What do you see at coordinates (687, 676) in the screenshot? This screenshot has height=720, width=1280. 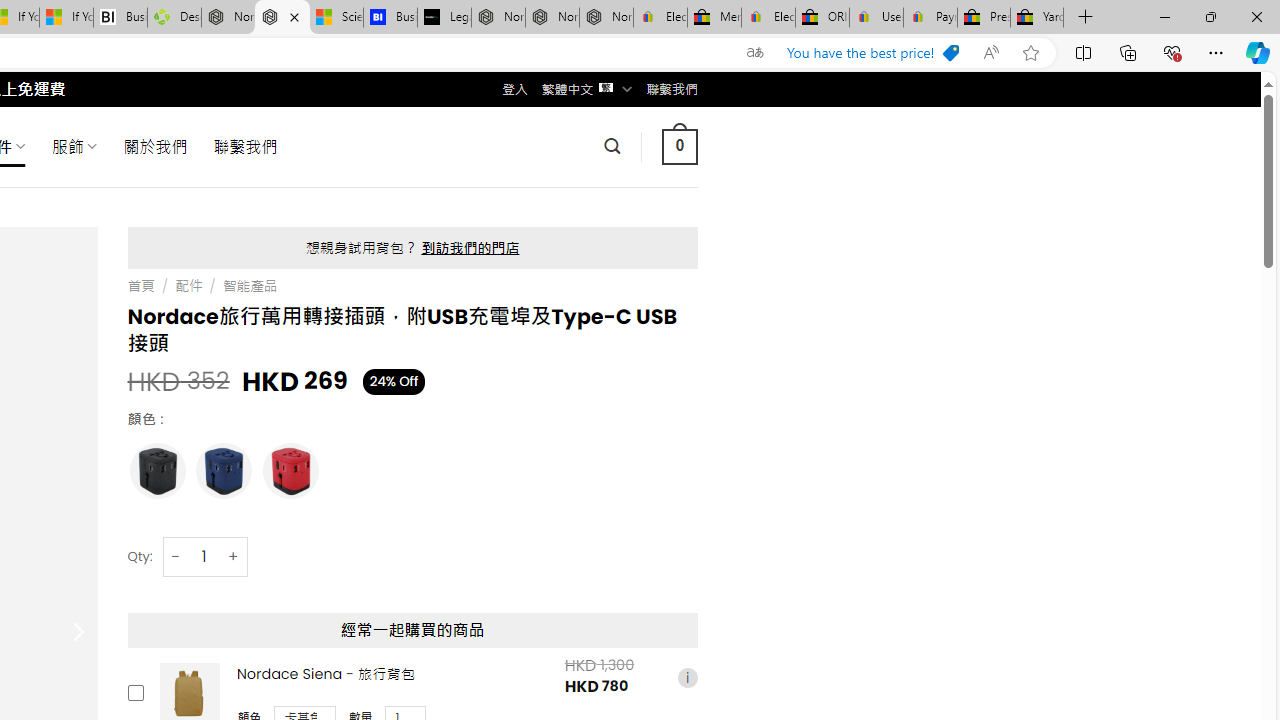 I see `'i'` at bounding box center [687, 676].